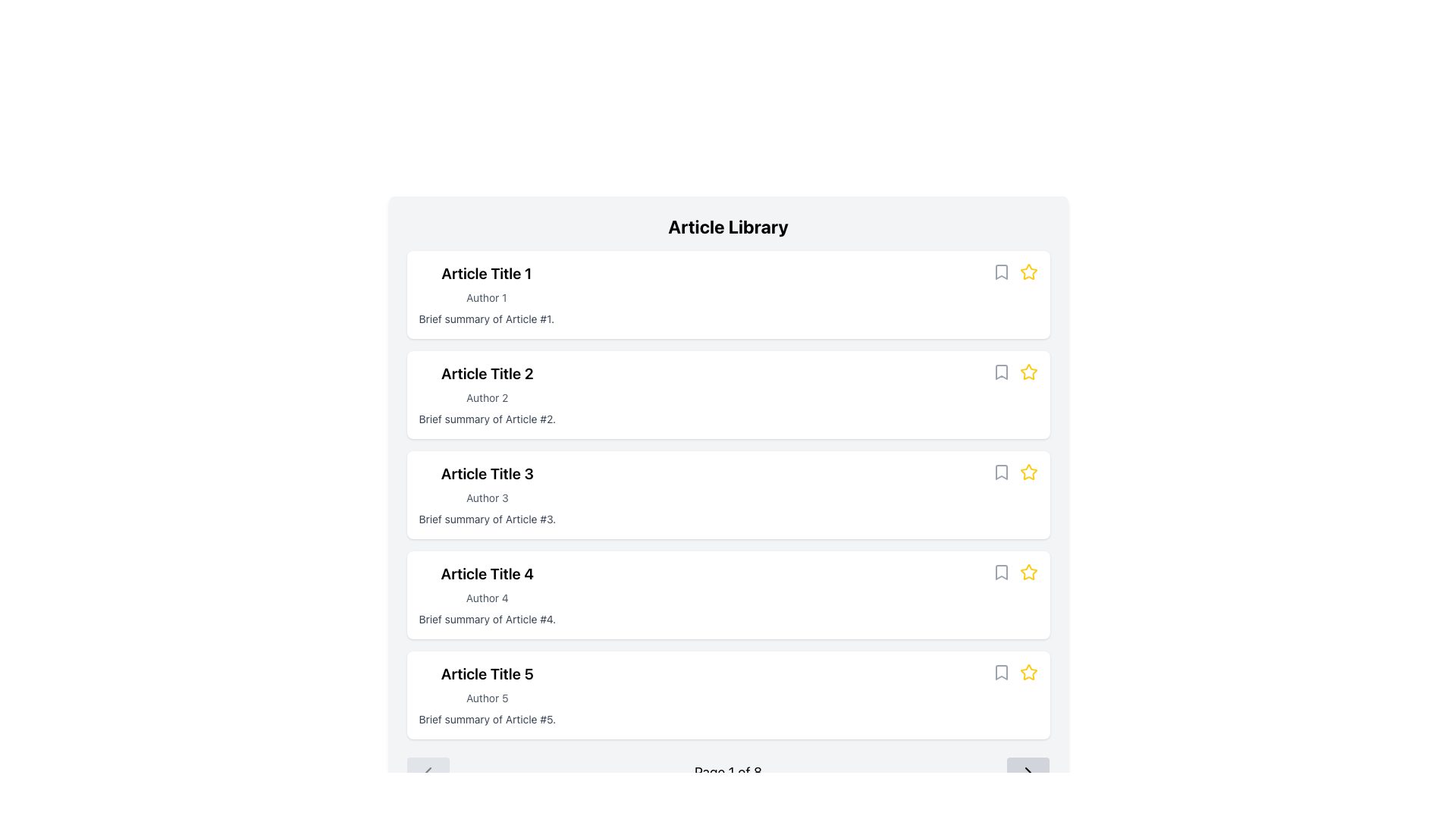 This screenshot has width=1456, height=819. What do you see at coordinates (427, 772) in the screenshot?
I see `the disabled previous page button in the pagination controls located below the 'Article Library' list` at bounding box center [427, 772].